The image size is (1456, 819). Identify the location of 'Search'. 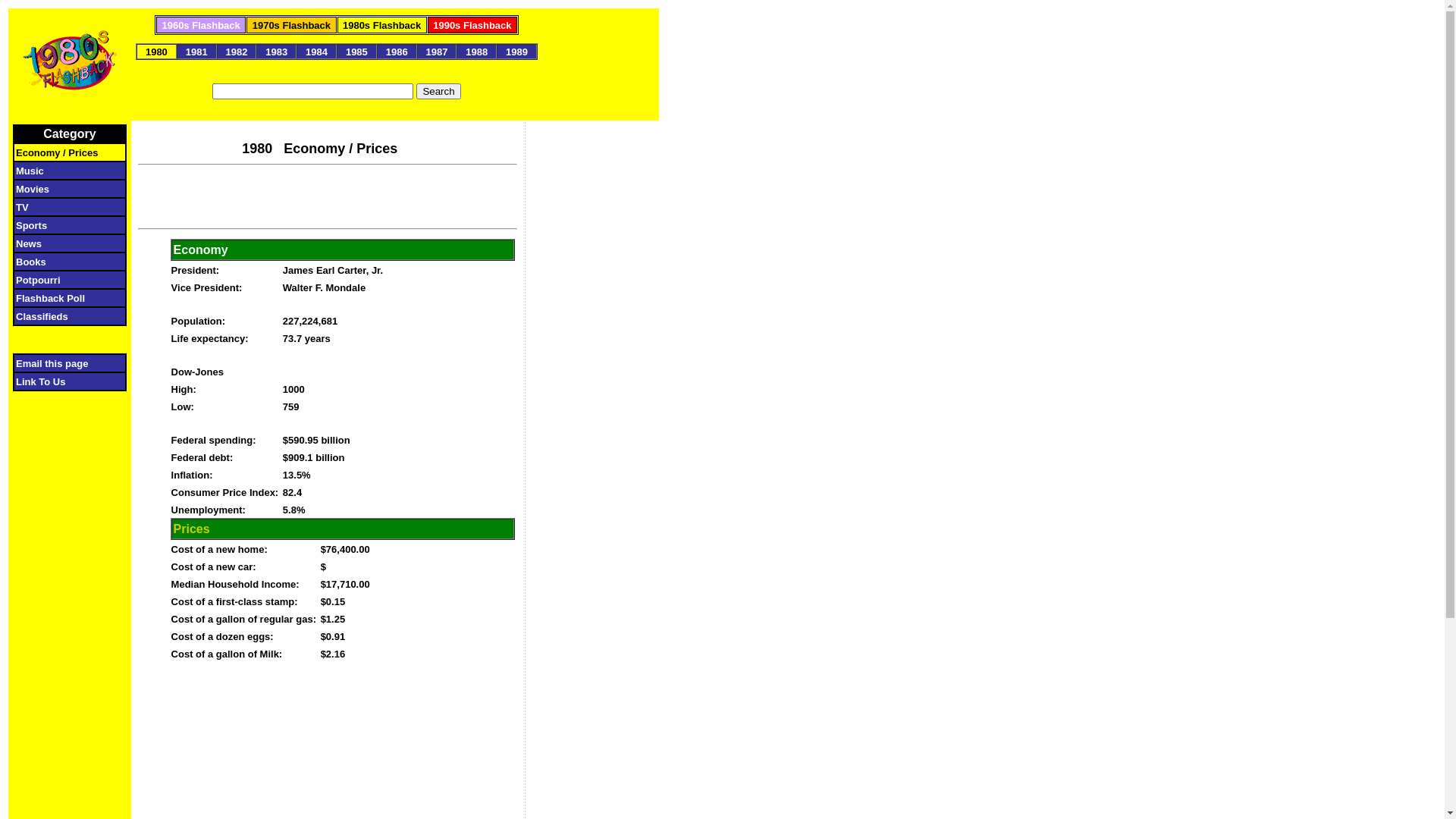
(437, 91).